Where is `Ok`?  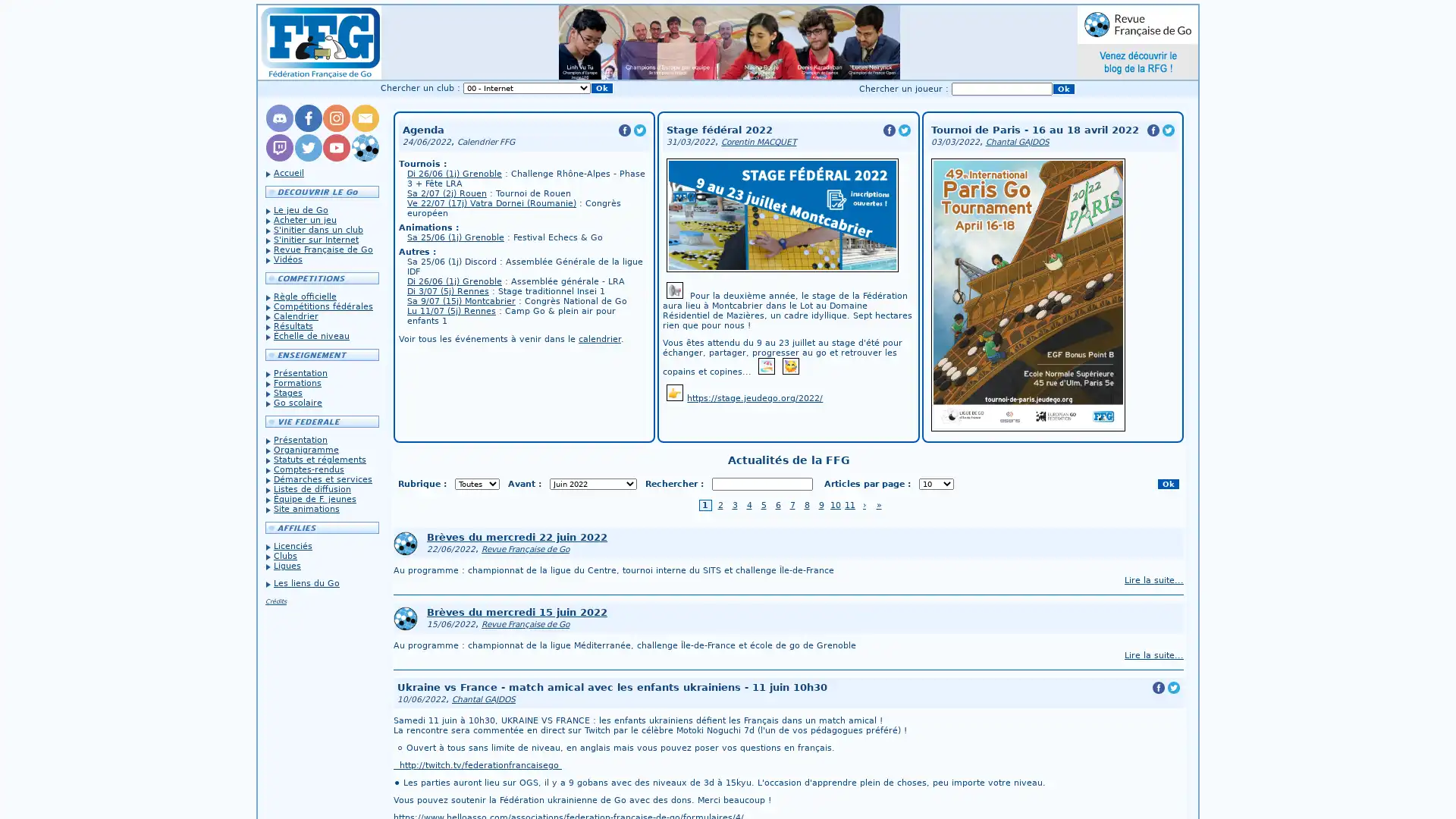 Ok is located at coordinates (601, 88).